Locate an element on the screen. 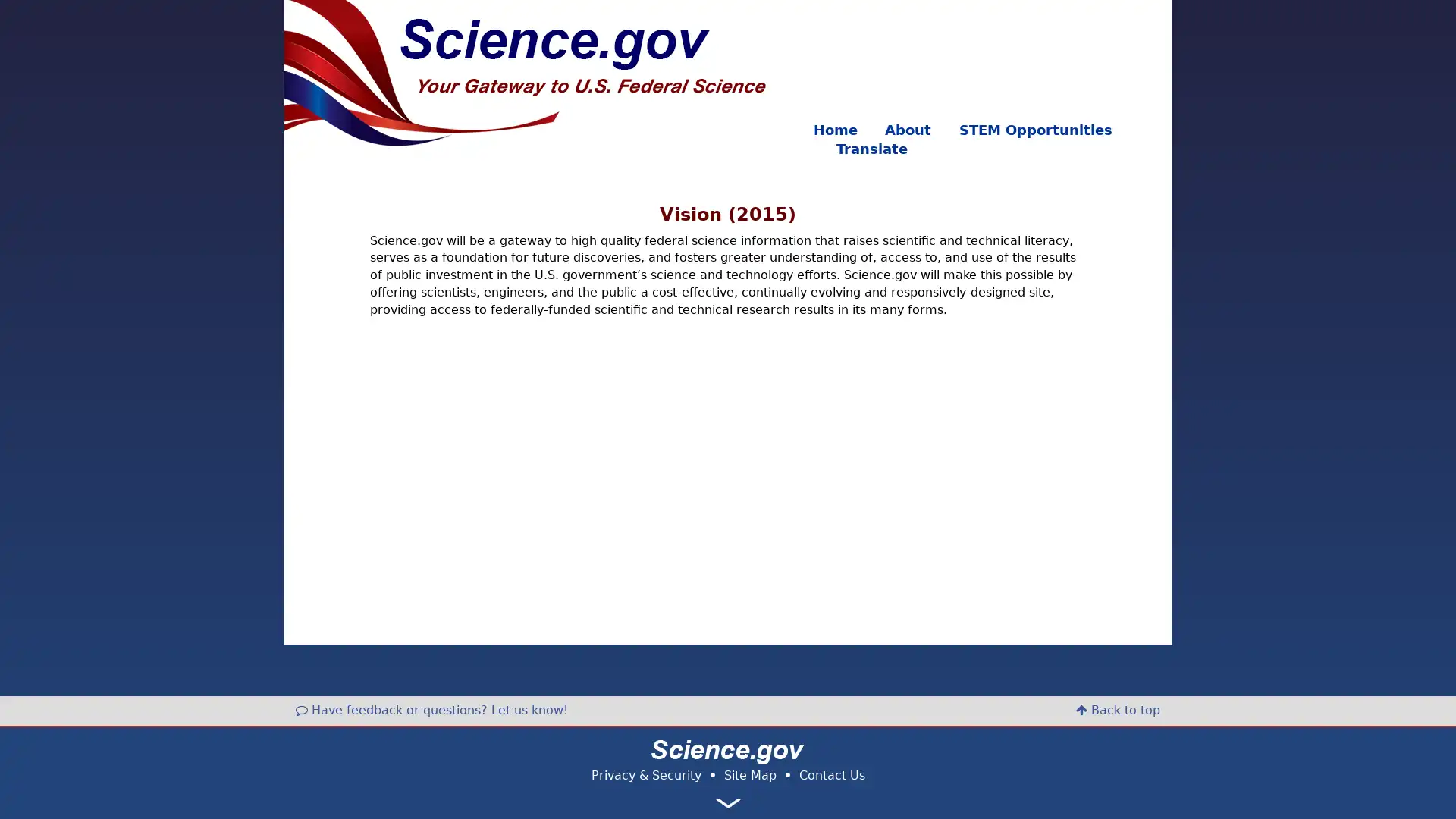 The height and width of the screenshot is (819, 1456). expand is located at coordinates (728, 802).